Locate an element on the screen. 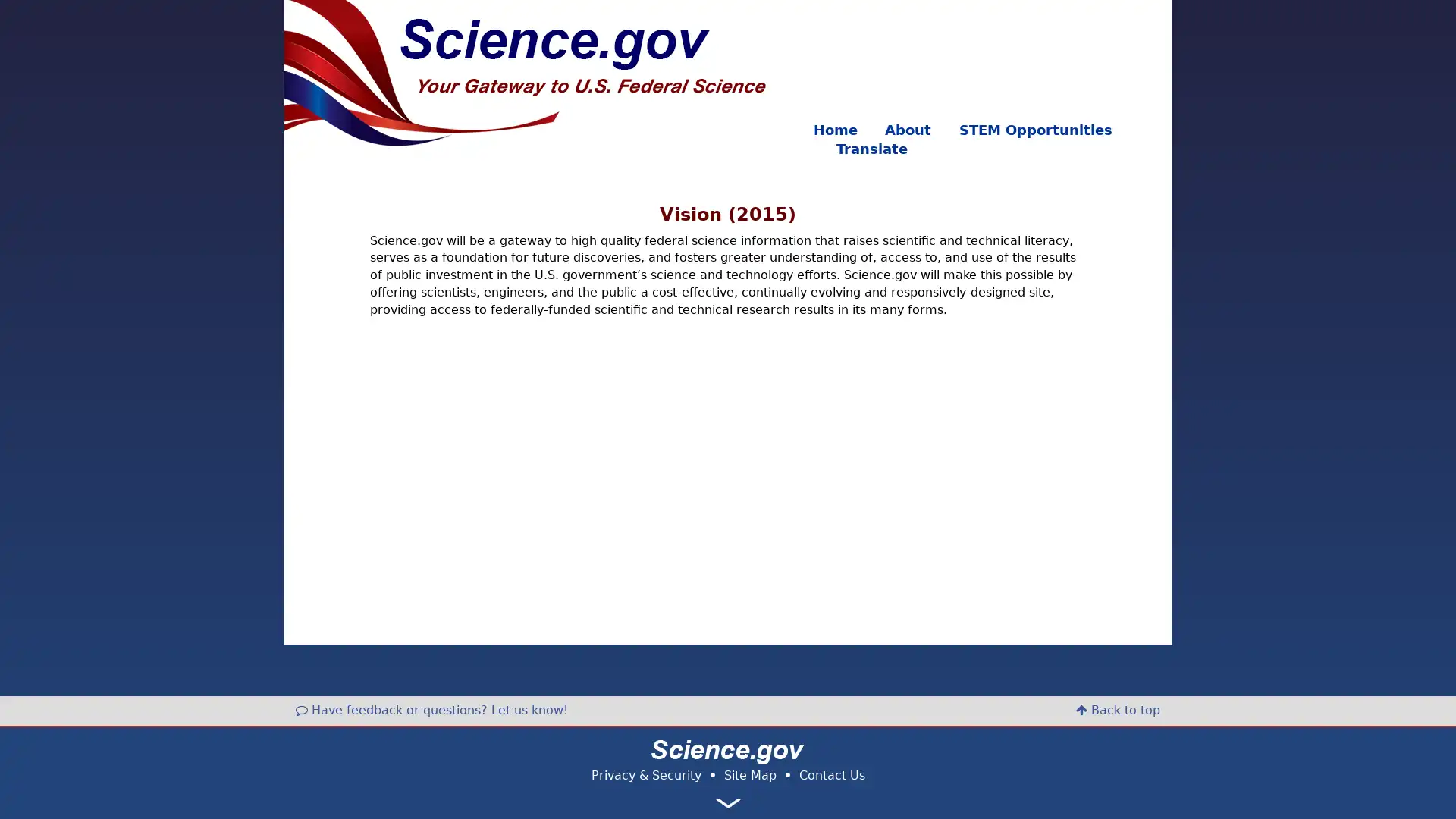 The height and width of the screenshot is (819, 1456). expand is located at coordinates (728, 802).